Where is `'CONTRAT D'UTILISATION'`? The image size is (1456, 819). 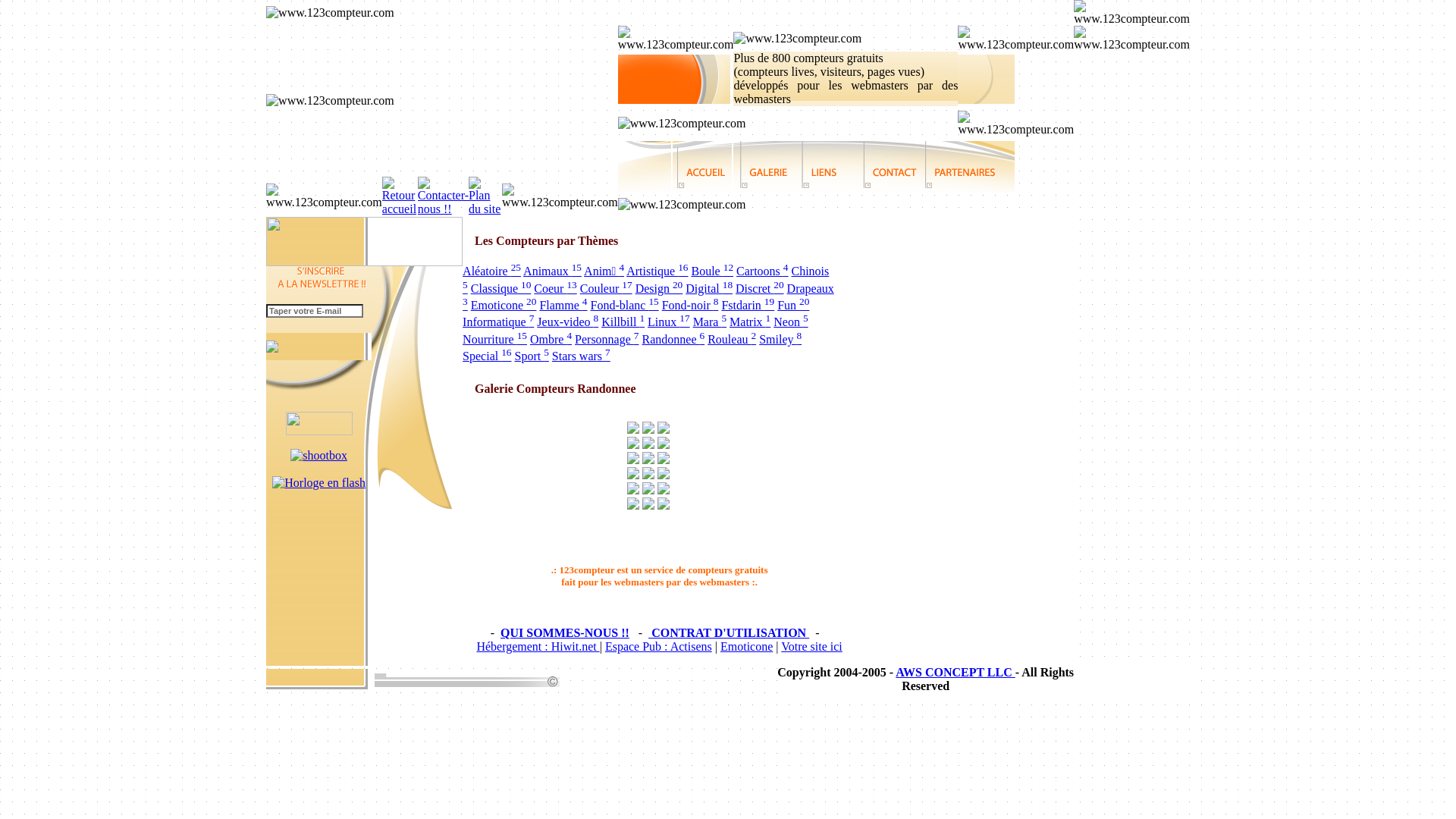 'CONTRAT D'UTILISATION' is located at coordinates (648, 632).